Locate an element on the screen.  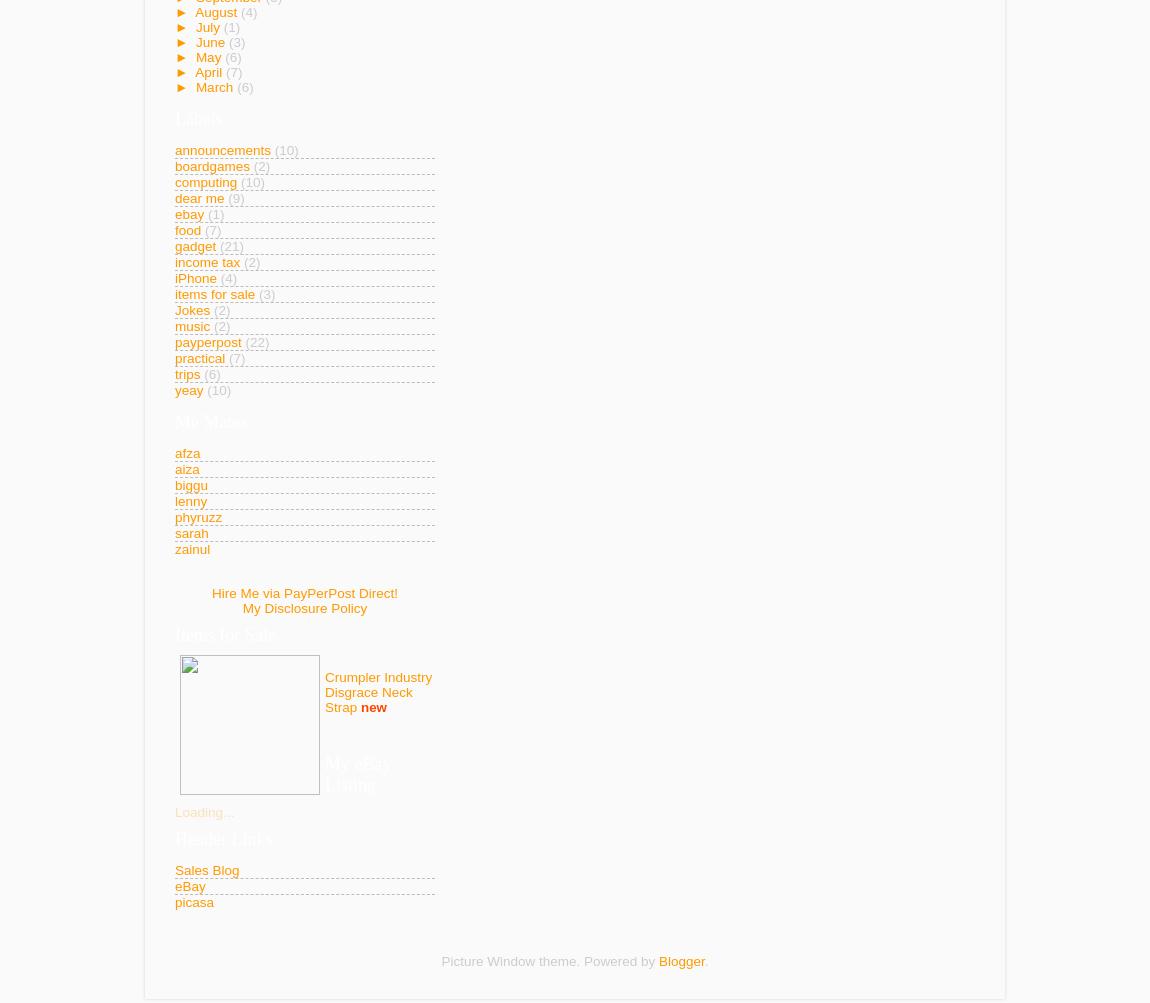
'Picture Window theme. Powered by' is located at coordinates (550, 959).